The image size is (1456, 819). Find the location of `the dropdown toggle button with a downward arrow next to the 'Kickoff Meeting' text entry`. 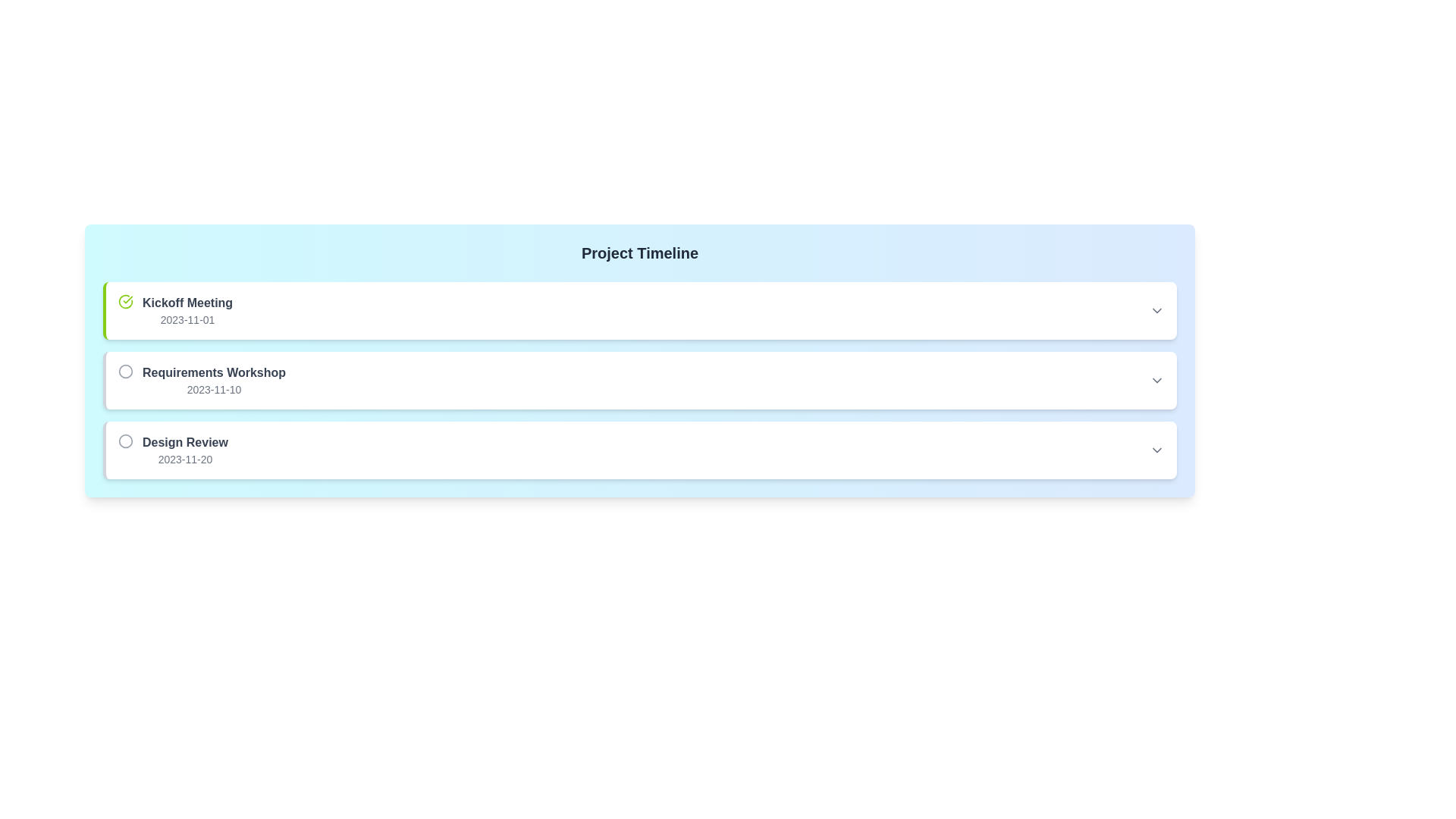

the dropdown toggle button with a downward arrow next to the 'Kickoff Meeting' text entry is located at coordinates (1156, 309).